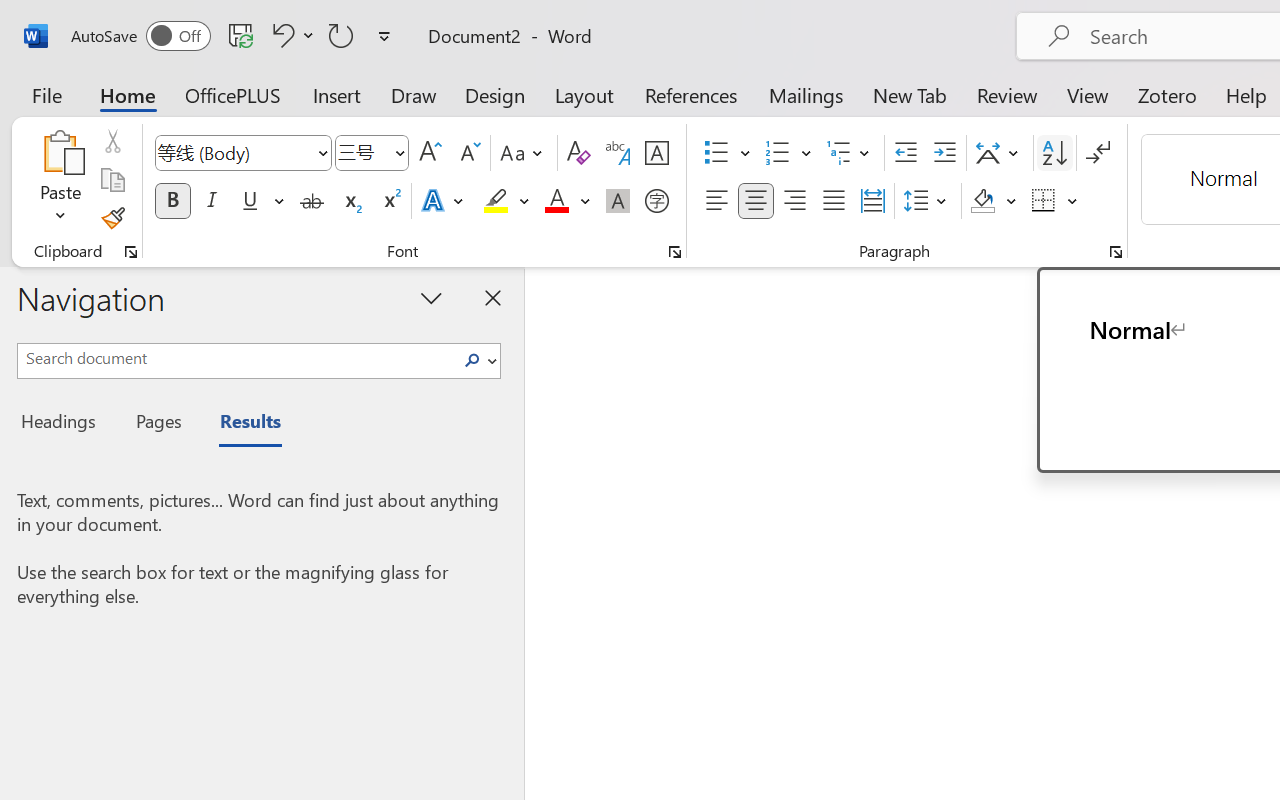 Image resolution: width=1280 pixels, height=800 pixels. I want to click on 'Line and Paragraph Spacing', so click(927, 201).